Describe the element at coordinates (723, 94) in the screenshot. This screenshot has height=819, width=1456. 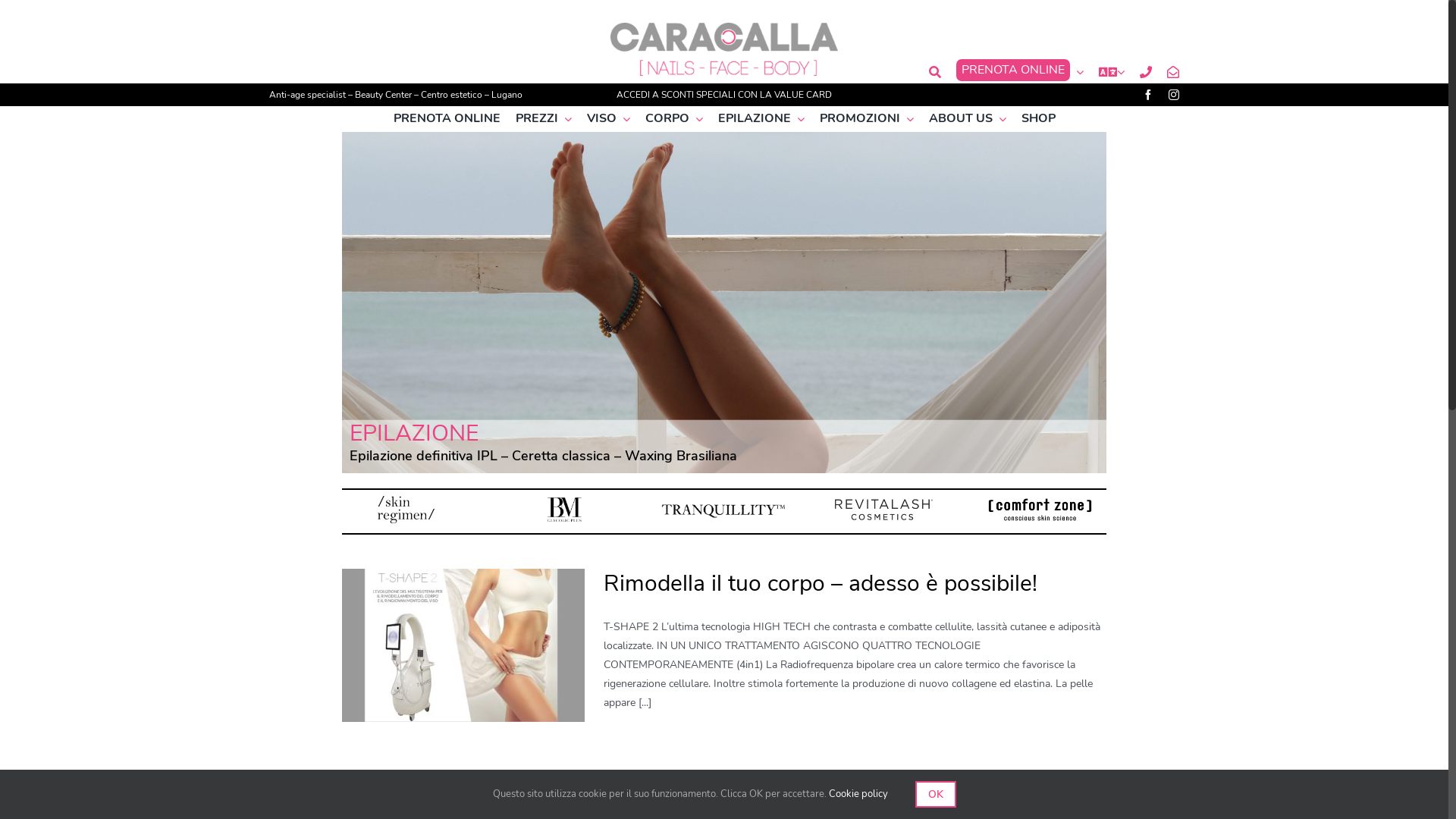
I see `'ACCEDI A SCONTI SPECIALI CON LA VALUE CARD'` at that location.